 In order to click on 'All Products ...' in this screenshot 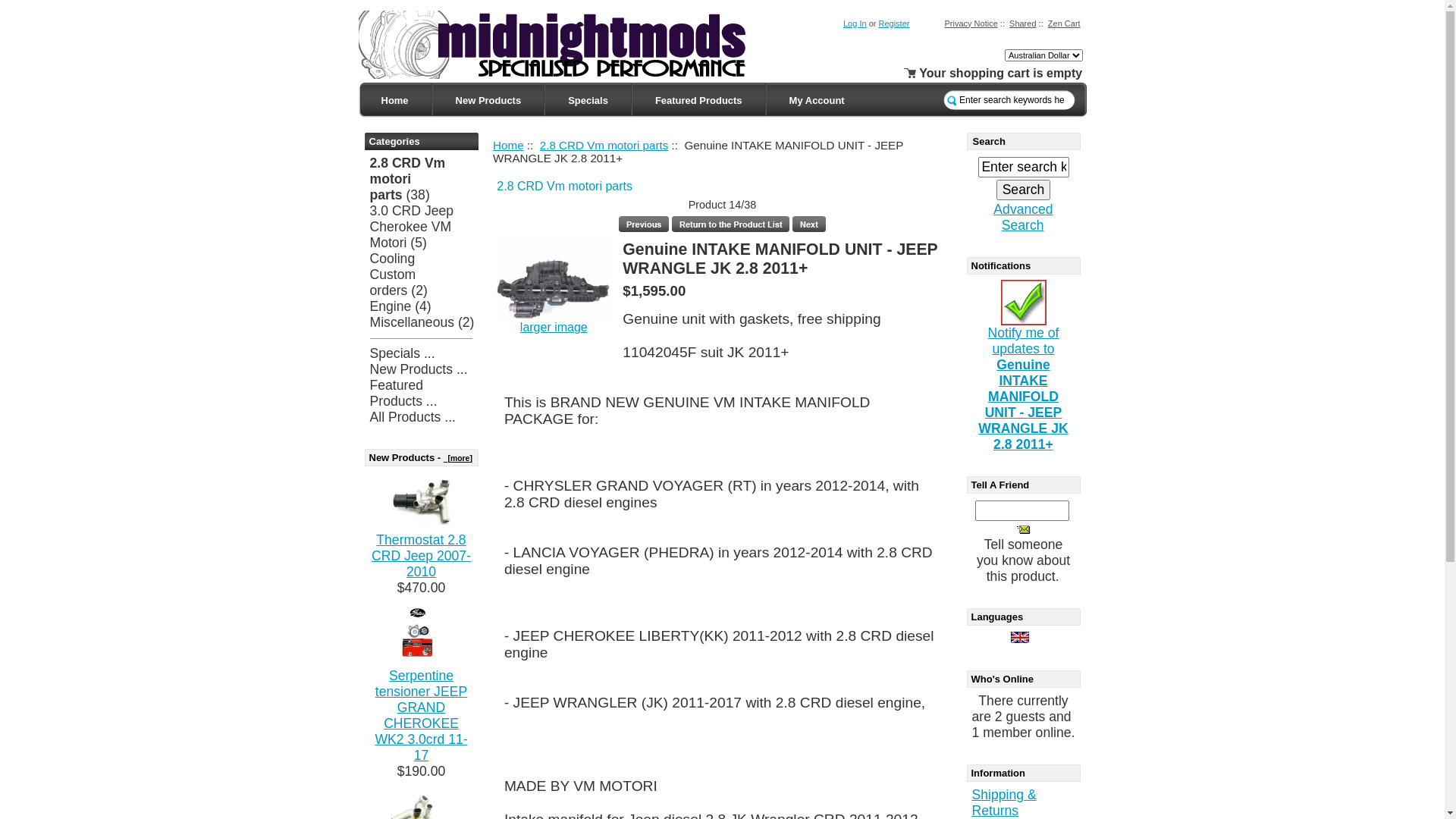, I will do `click(413, 417)`.